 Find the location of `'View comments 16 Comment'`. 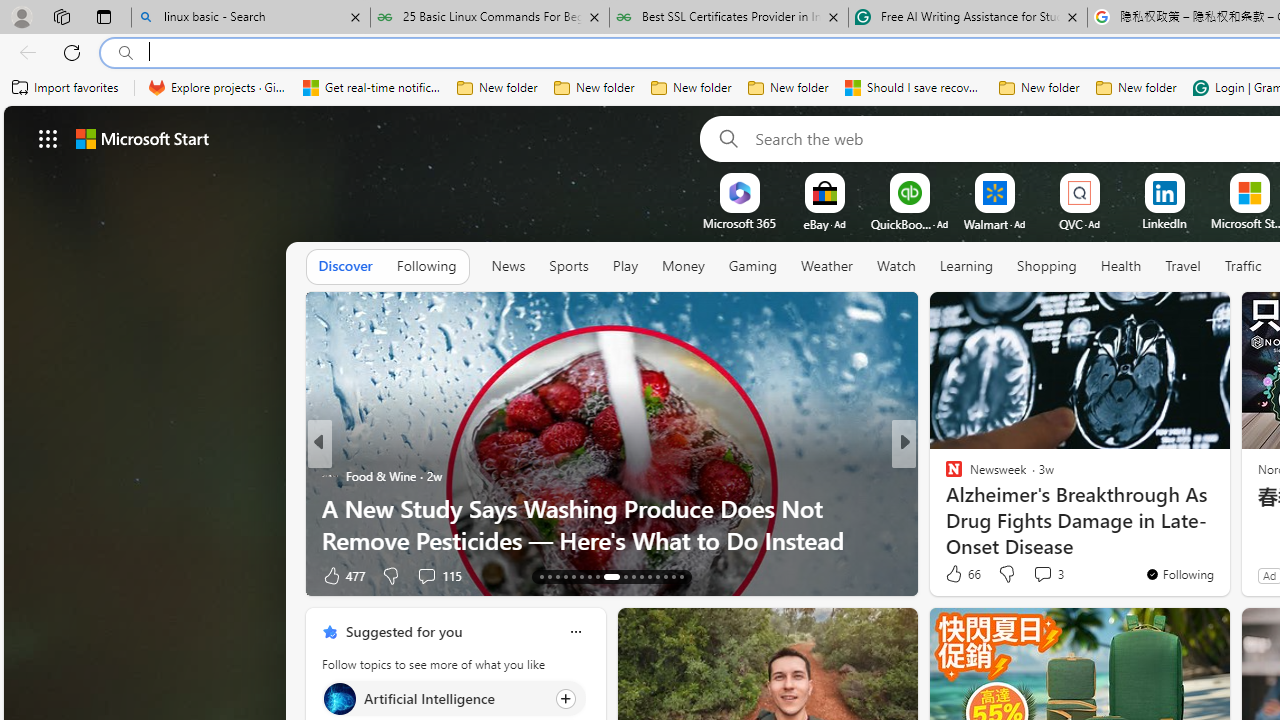

'View comments 16 Comment' is located at coordinates (1041, 575).